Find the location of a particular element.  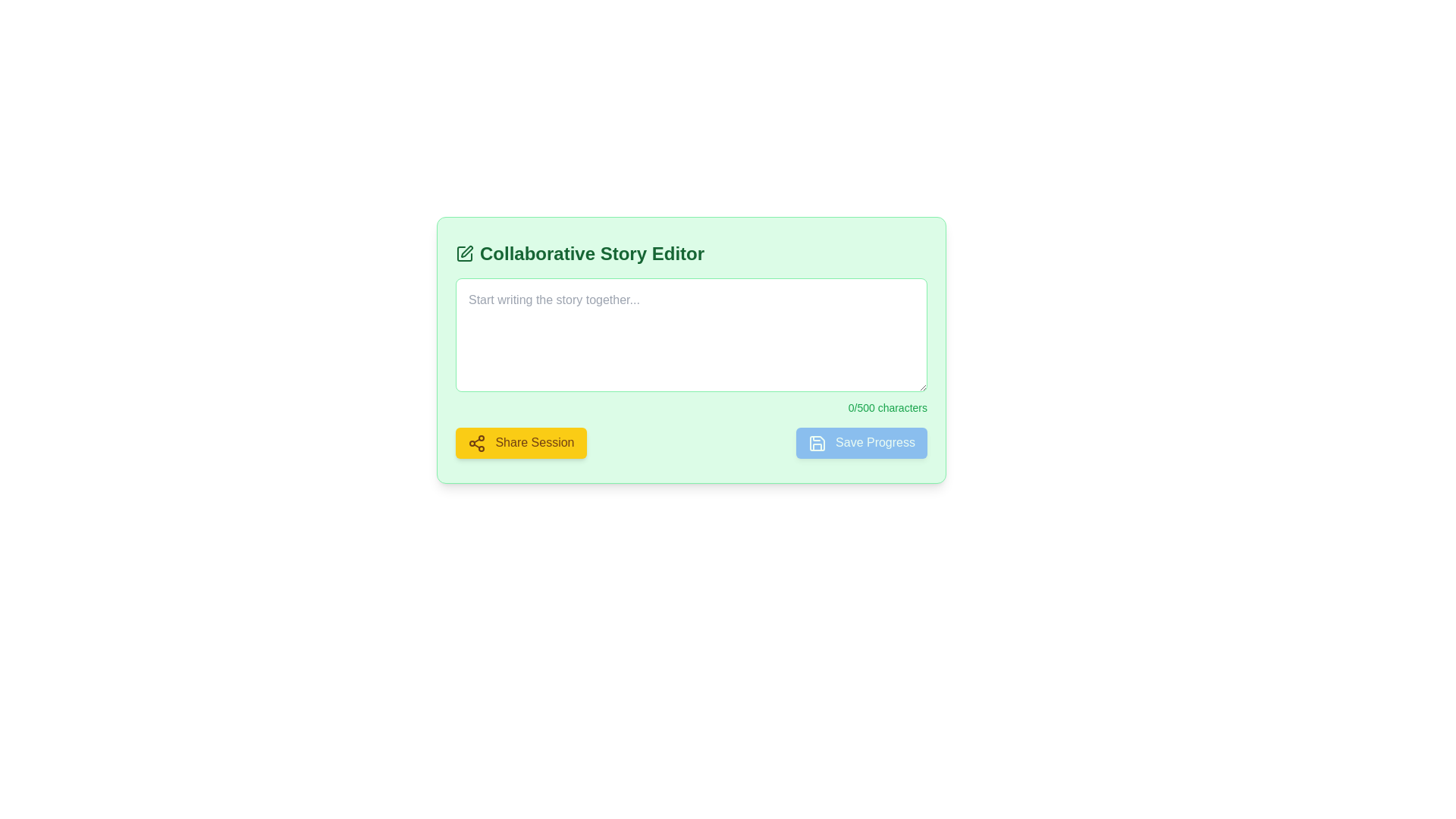

the pen-shaped icon located at the top-left corner of the interface, which is the first icon in its group is located at coordinates (466, 250).